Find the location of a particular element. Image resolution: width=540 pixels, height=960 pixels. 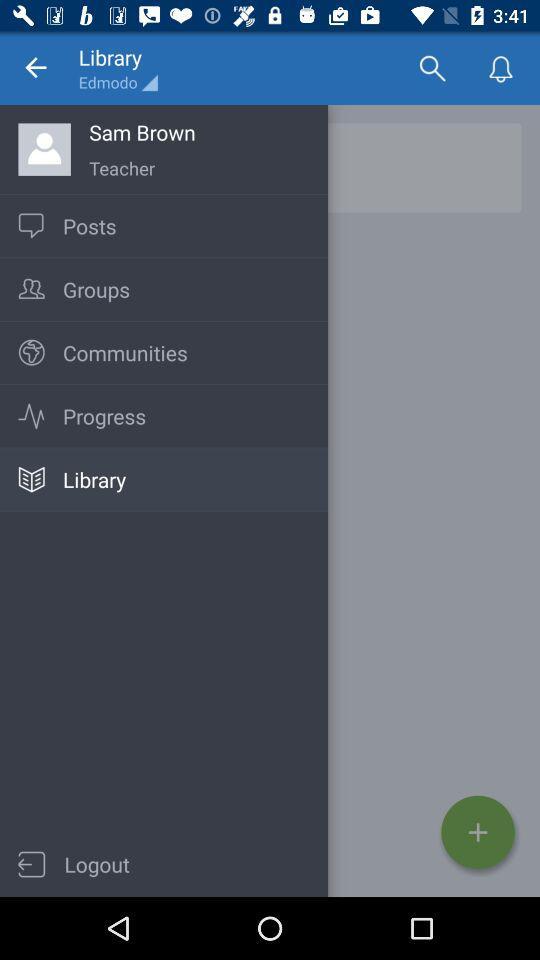

the add icon is located at coordinates (477, 832).